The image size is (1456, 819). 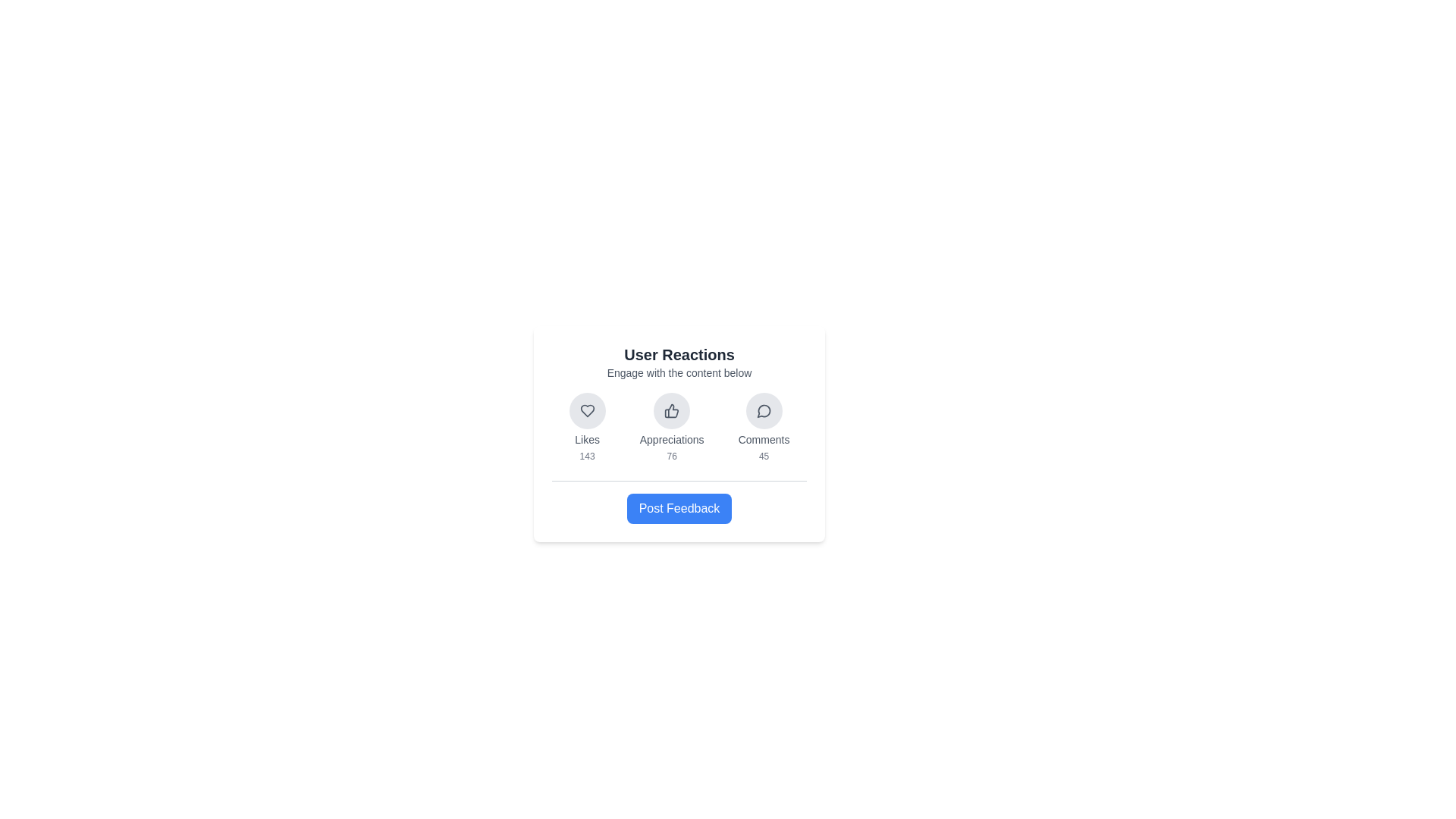 What do you see at coordinates (764, 427) in the screenshot?
I see `the circular button with a speech bubble icon labeled 'Comments'` at bounding box center [764, 427].